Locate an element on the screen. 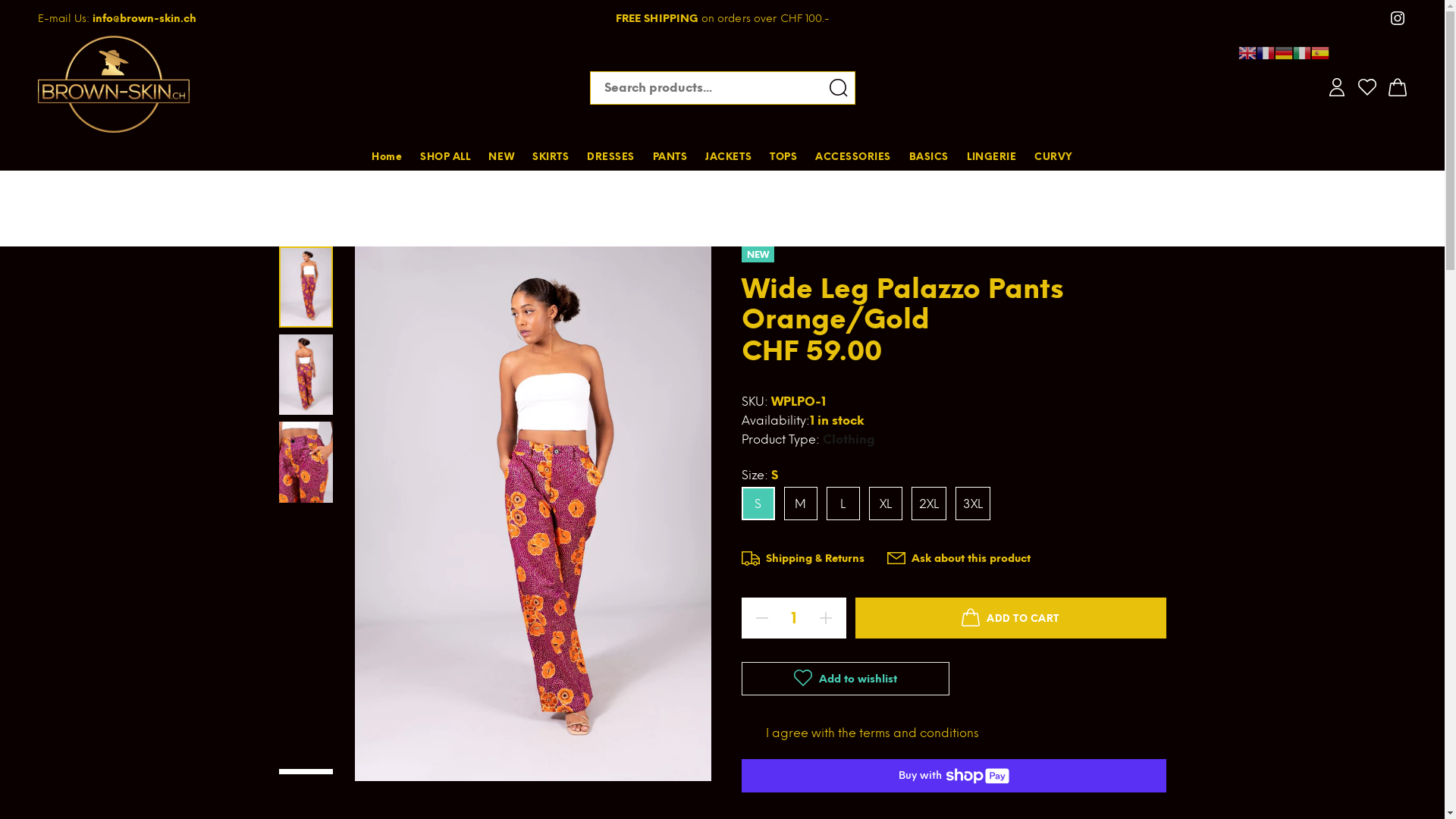 The width and height of the screenshot is (1456, 819). 'S' is located at coordinates (758, 503).